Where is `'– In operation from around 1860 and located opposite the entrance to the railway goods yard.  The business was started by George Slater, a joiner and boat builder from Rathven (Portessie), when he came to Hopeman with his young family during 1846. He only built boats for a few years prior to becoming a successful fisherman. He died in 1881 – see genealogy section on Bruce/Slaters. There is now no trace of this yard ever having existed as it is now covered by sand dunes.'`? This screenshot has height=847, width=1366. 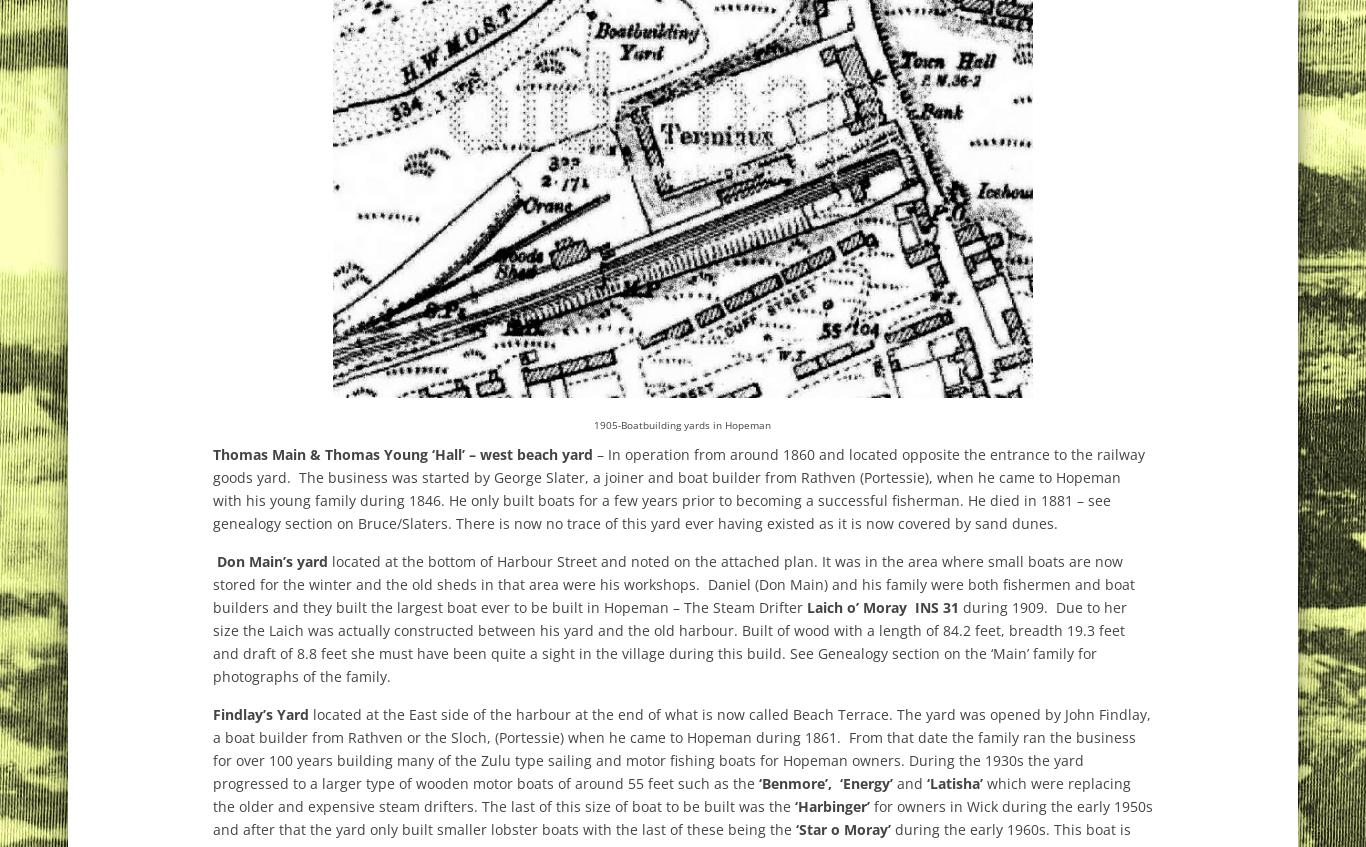
'– In operation from around 1860 and located opposite the entrance to the railway goods yard.  The business was started by George Slater, a joiner and boat builder from Rathven (Portessie), when he came to Hopeman with his young family during 1846. He only built boats for a few years prior to becoming a successful fisherman. He died in 1881 – see genealogy section on Bruce/Slaters. There is now no trace of this yard ever having existed as it is now covered by sand dunes.' is located at coordinates (676, 487).